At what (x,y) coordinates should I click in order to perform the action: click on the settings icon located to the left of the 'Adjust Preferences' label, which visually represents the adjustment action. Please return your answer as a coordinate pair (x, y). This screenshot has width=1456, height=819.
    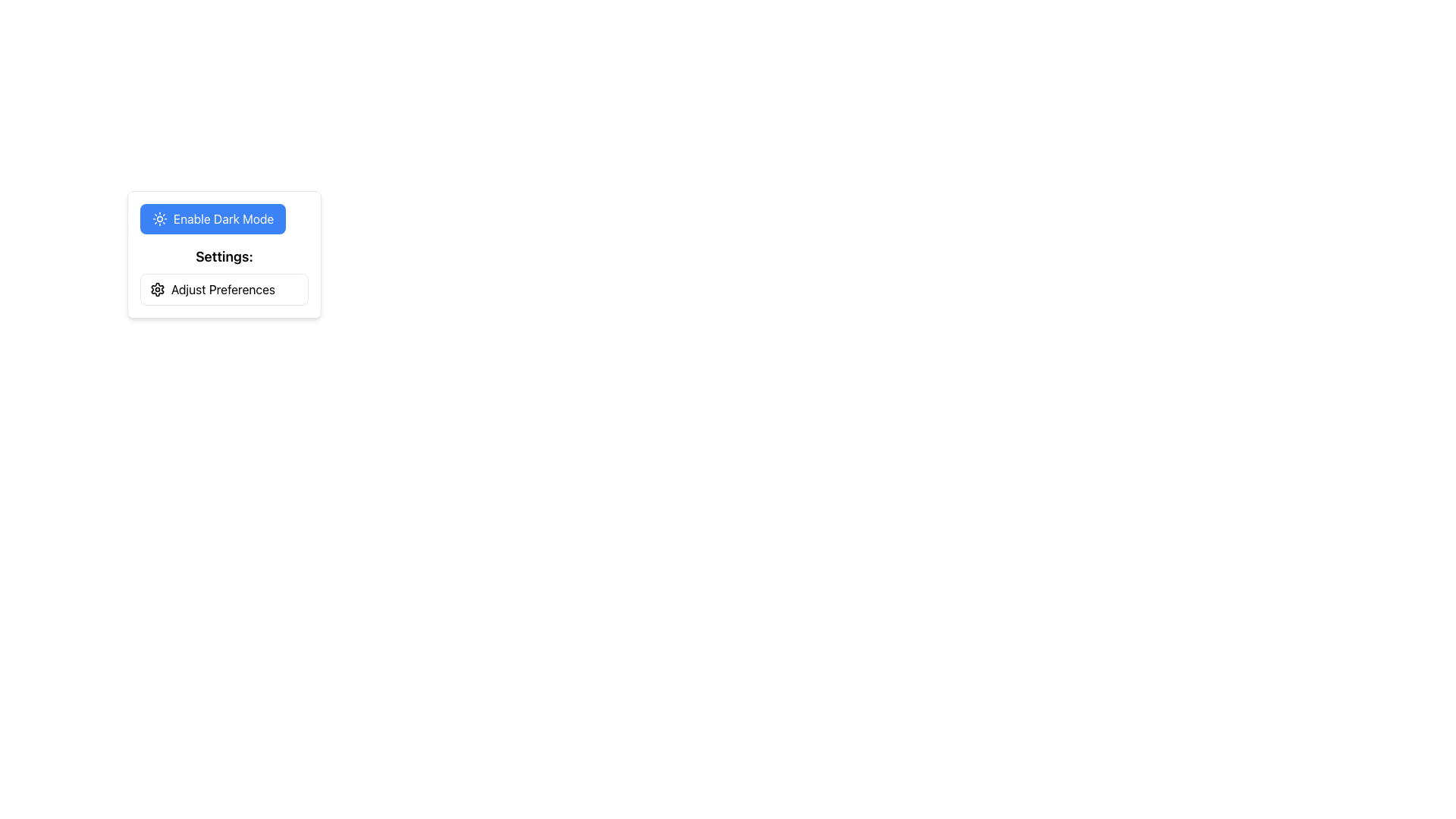
    Looking at the image, I should click on (157, 289).